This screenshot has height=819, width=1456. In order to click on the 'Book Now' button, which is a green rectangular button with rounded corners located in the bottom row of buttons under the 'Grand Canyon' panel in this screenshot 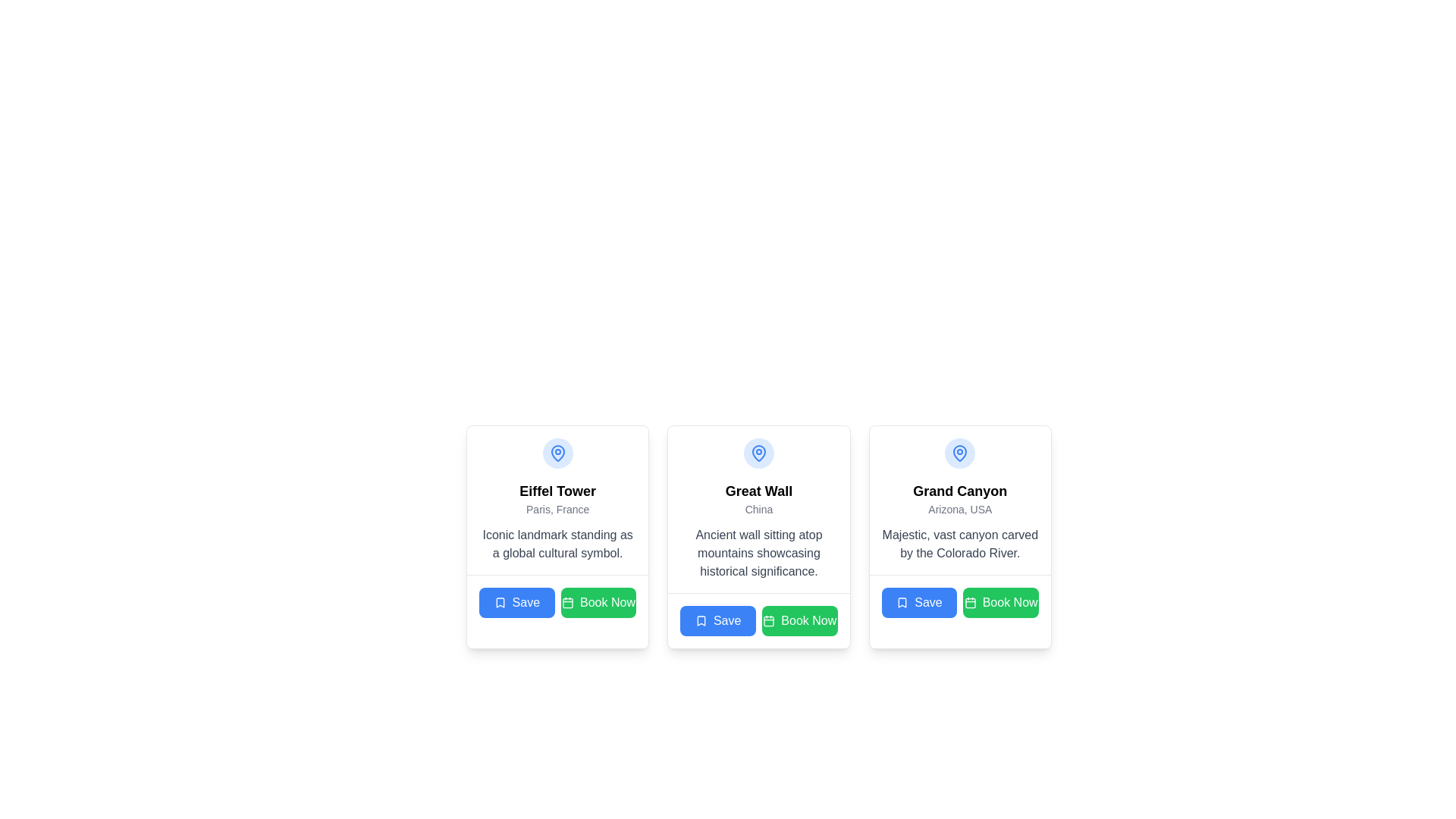, I will do `click(1001, 601)`.